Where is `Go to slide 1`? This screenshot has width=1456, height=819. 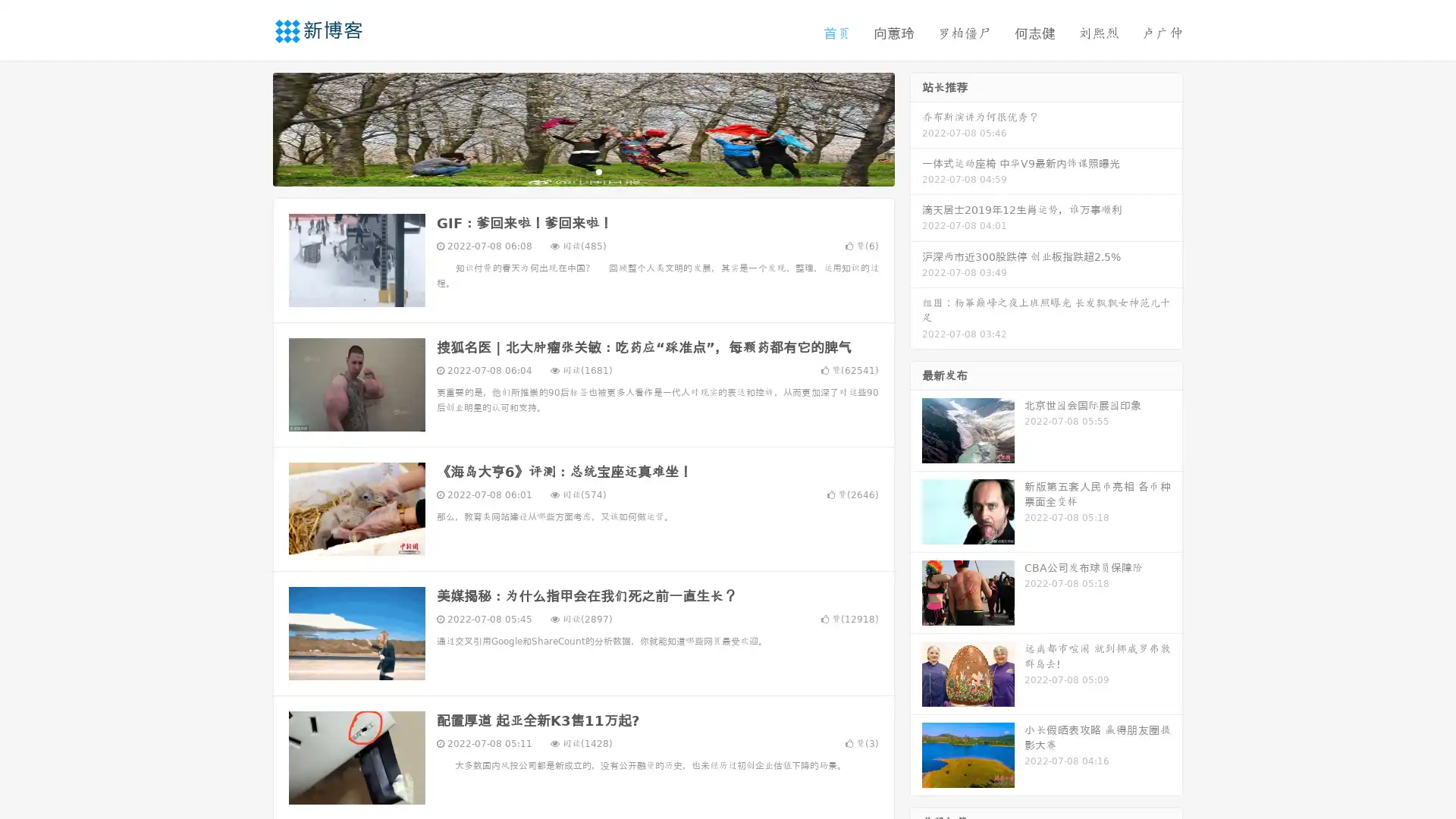
Go to slide 1 is located at coordinates (567, 171).